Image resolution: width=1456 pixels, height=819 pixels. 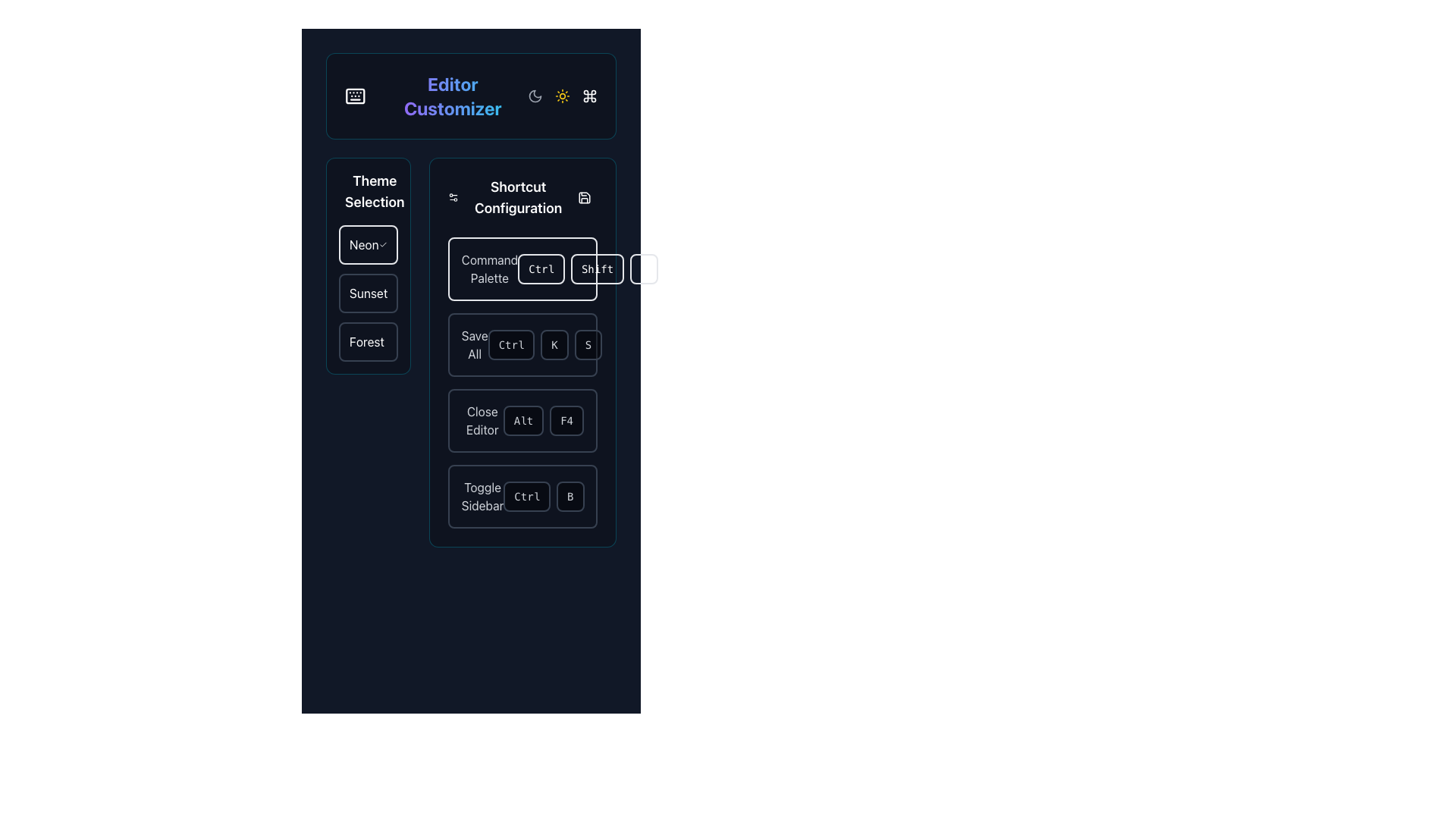 I want to click on the rectangular element with rounded corners located inside the keyboard icon in the upper portion of the interface, so click(x=354, y=96).